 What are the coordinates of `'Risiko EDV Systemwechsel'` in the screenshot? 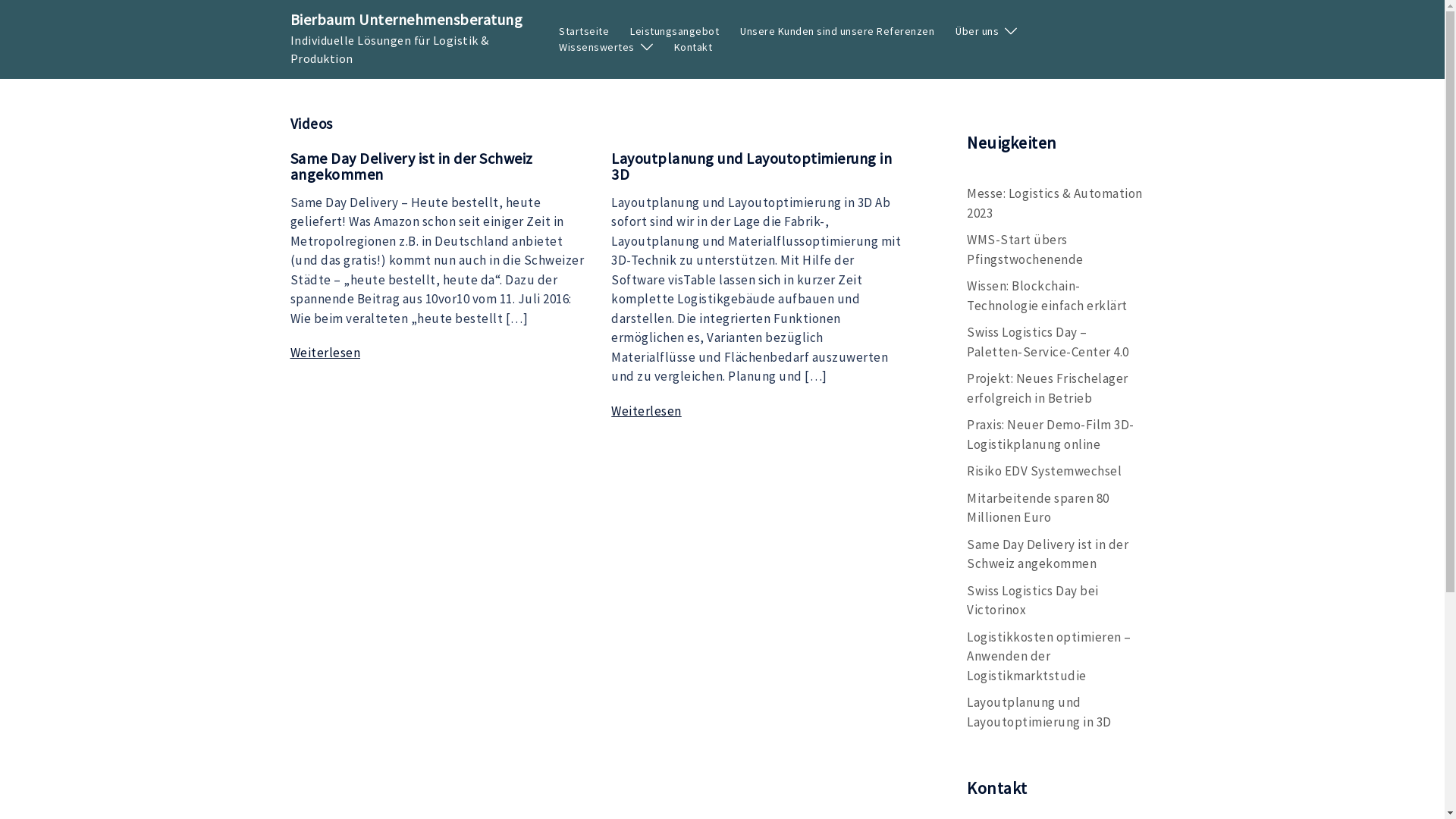 It's located at (1043, 470).